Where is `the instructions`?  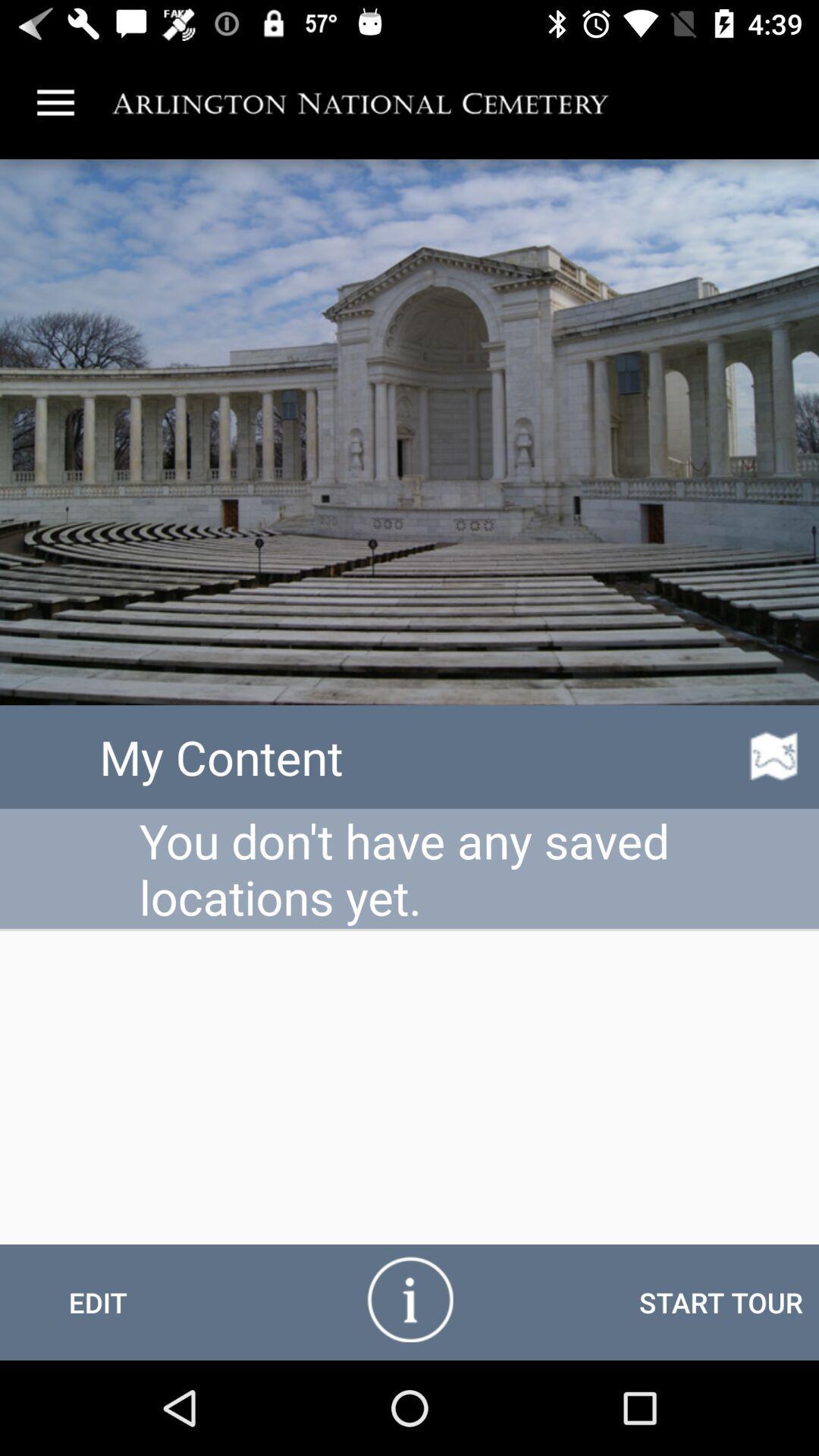 the instructions is located at coordinates (409, 1298).